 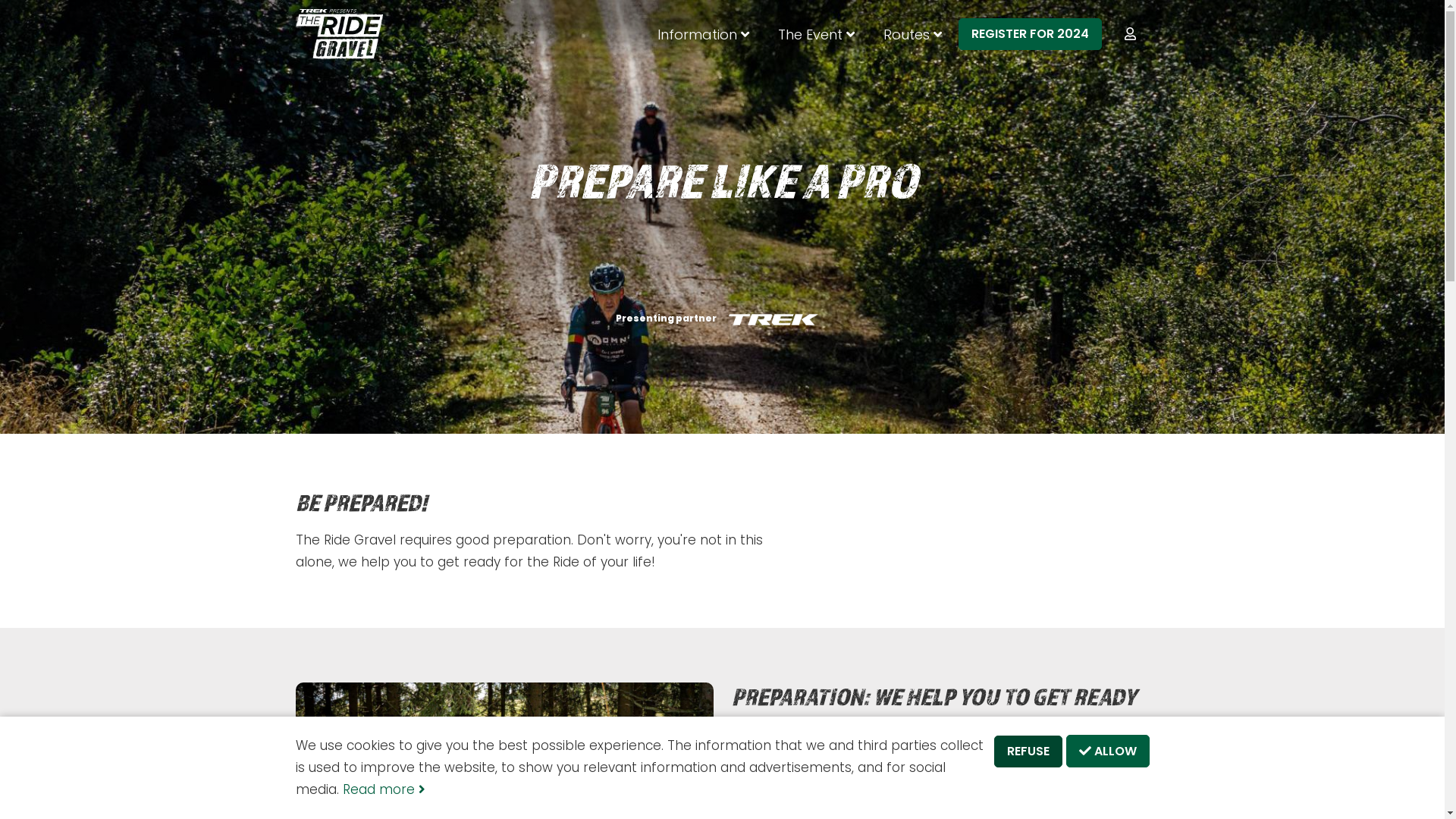 I want to click on 'Read more', so click(x=384, y=789).